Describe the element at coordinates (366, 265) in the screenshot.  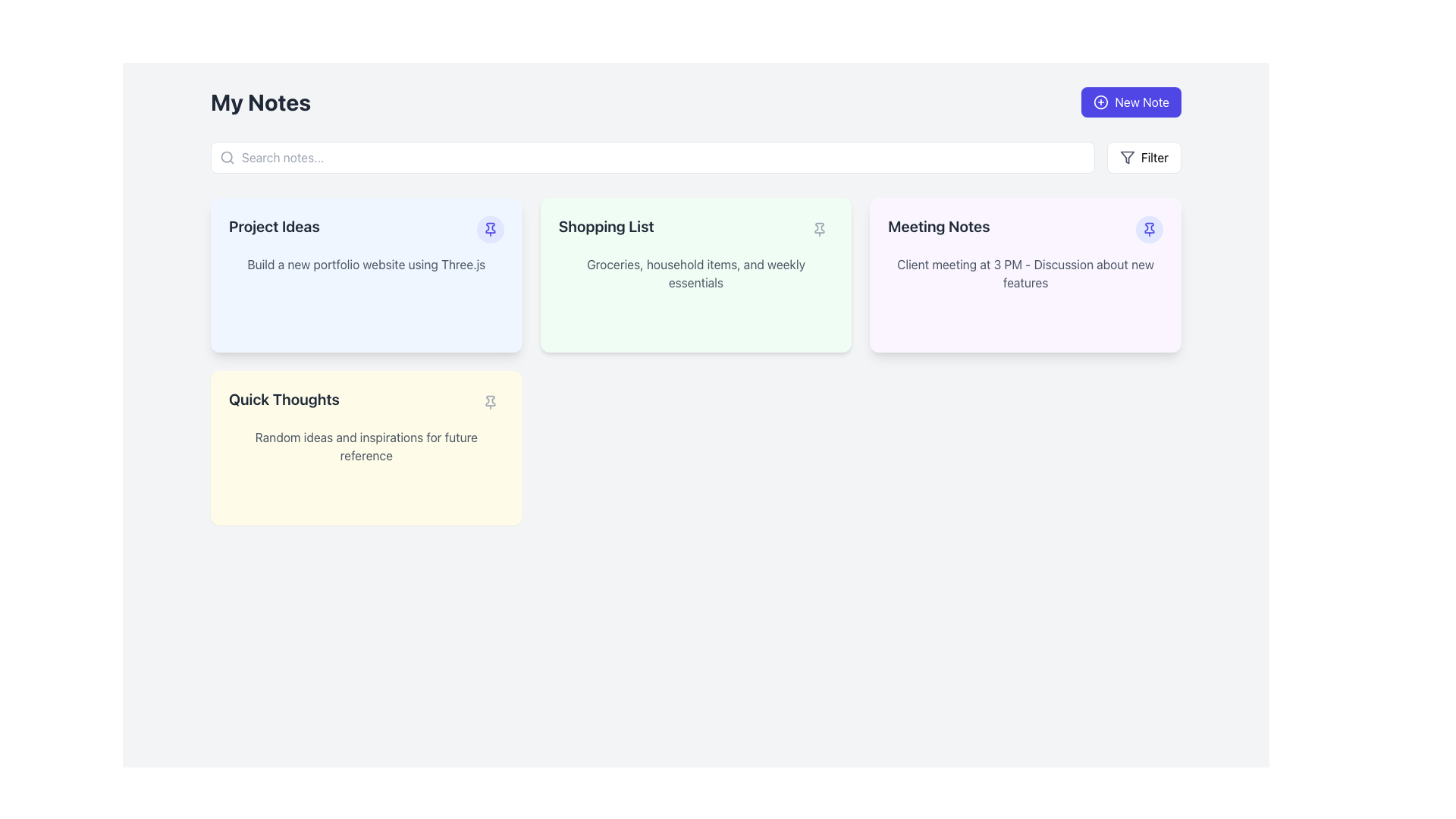
I see `the card component displaying the note titled 'Project Ideas' in the 'My Notes' section` at that location.